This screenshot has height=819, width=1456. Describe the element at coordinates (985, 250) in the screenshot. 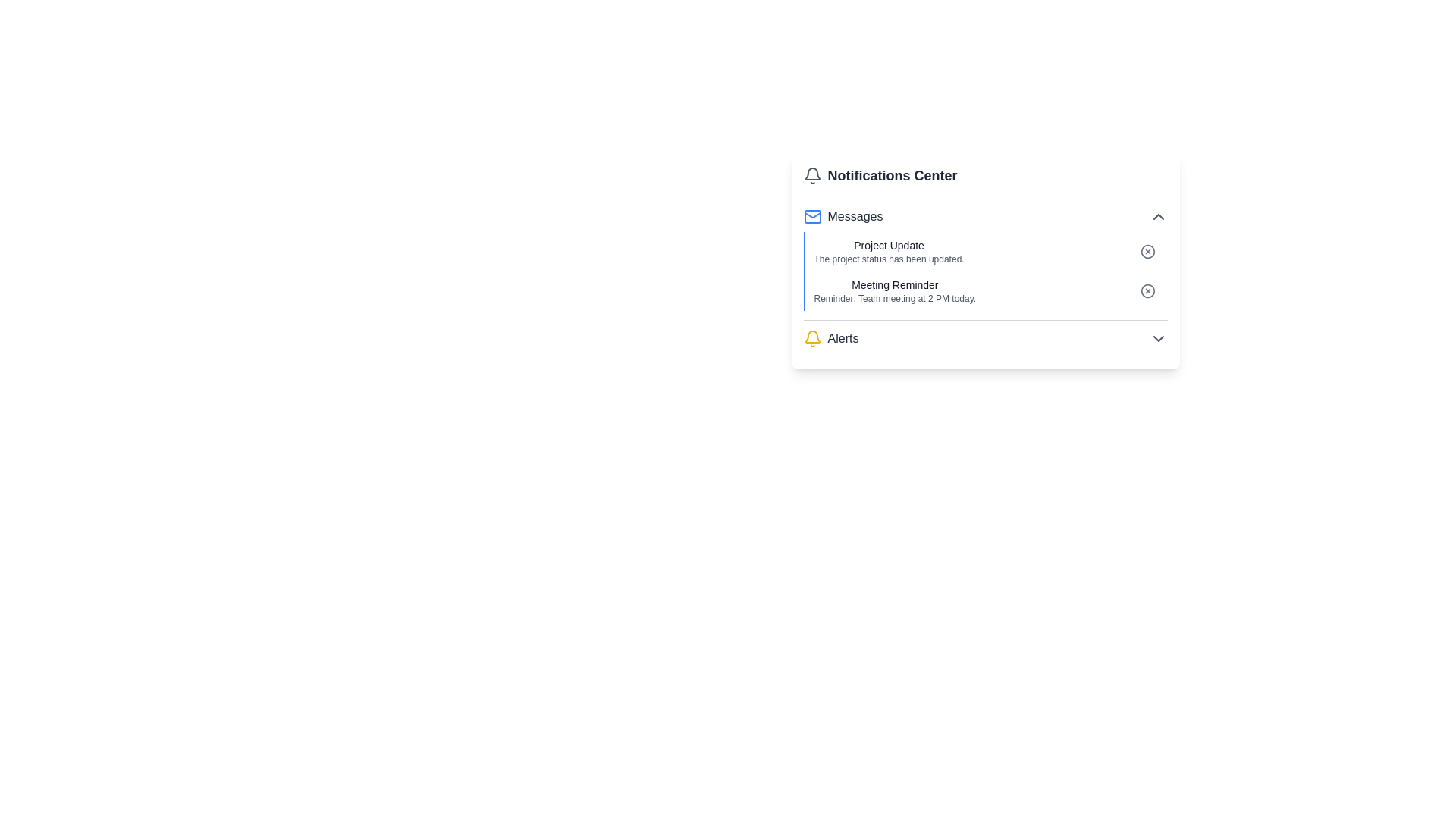

I see `the first notification item in the 'Messages' section of the 'Notifications Center' to read its content` at that location.